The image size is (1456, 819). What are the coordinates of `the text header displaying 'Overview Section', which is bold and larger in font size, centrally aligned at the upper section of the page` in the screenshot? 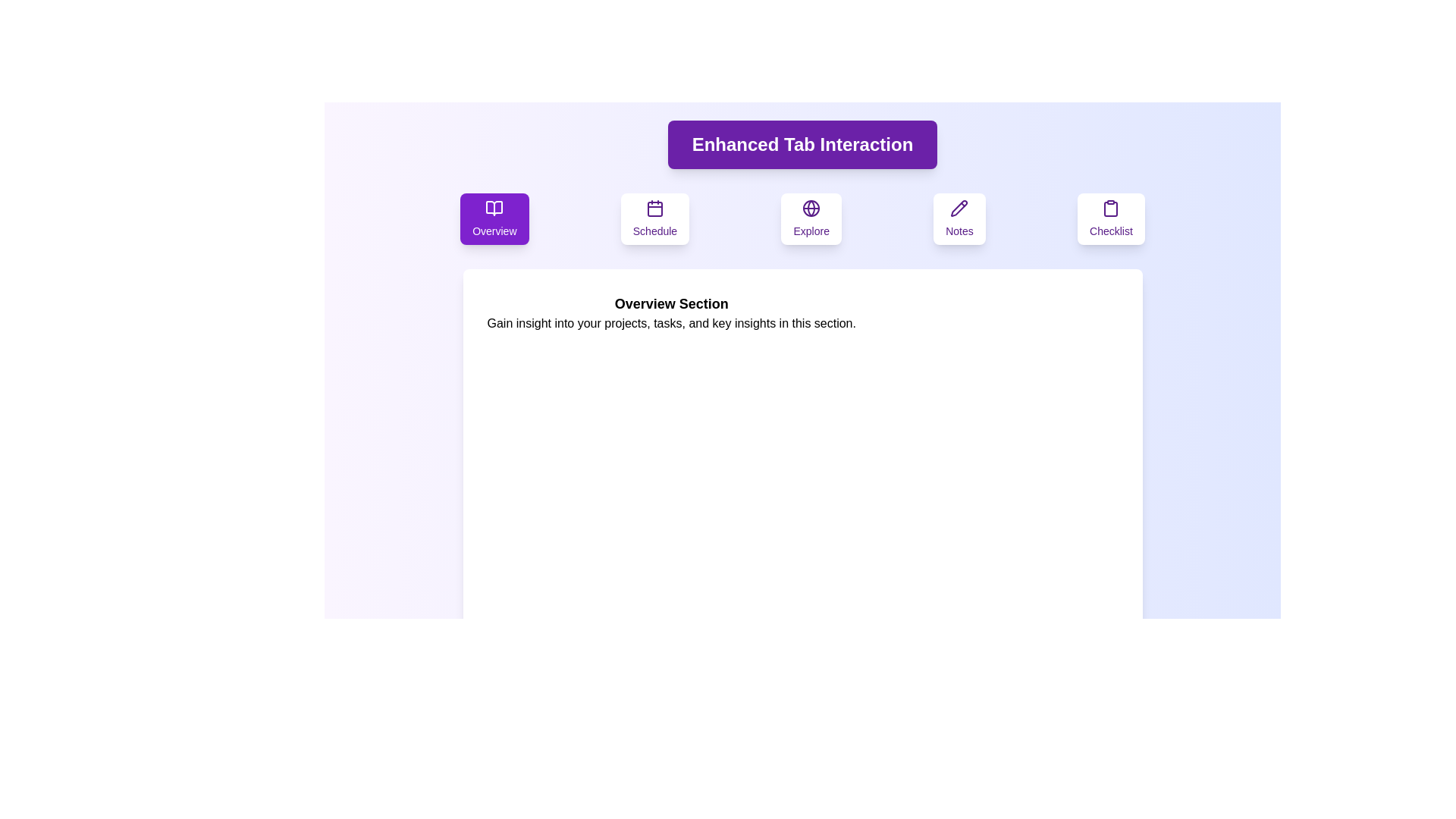 It's located at (670, 304).